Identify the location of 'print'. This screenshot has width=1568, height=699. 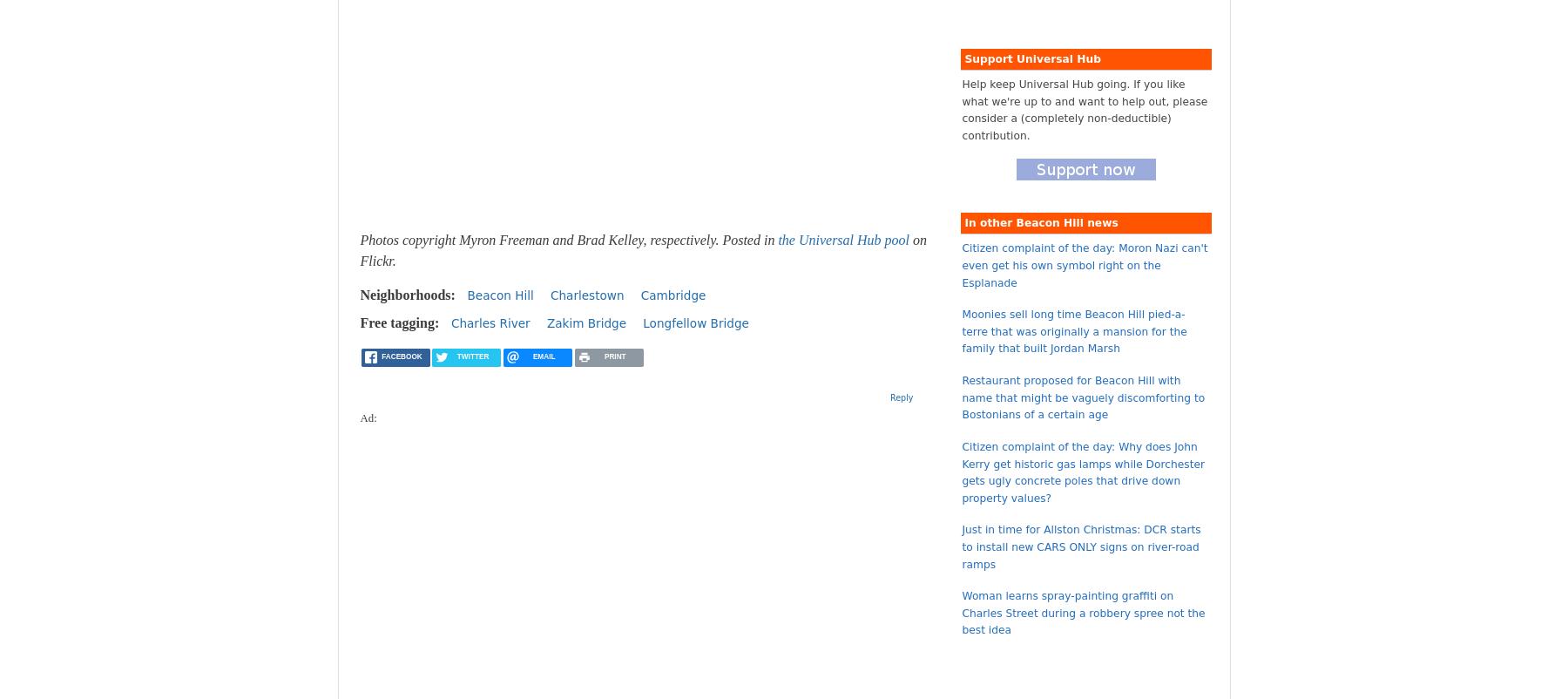
(613, 356).